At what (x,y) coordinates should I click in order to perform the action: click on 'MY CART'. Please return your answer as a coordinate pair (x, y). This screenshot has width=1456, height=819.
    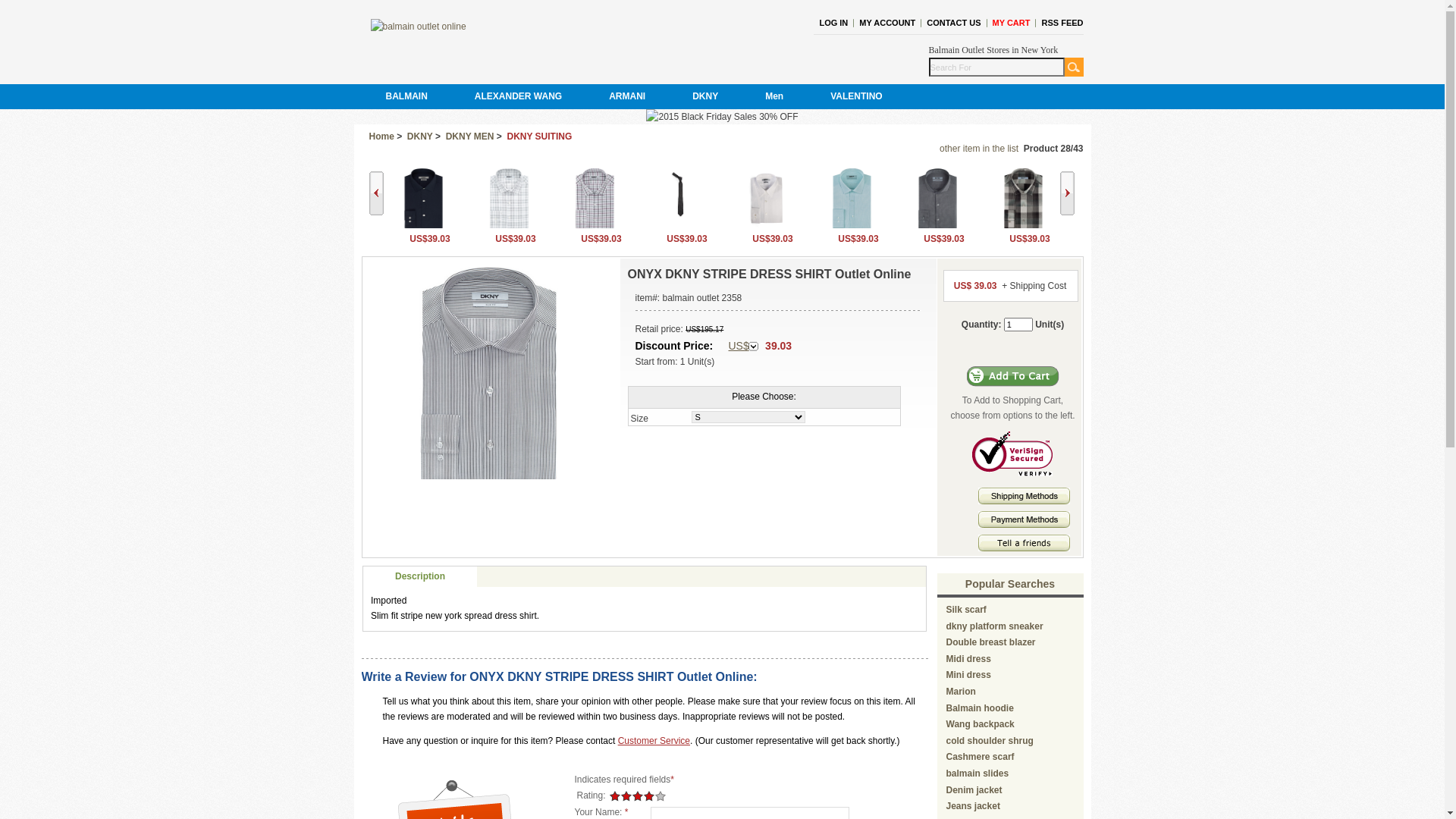
    Looking at the image, I should click on (1012, 23).